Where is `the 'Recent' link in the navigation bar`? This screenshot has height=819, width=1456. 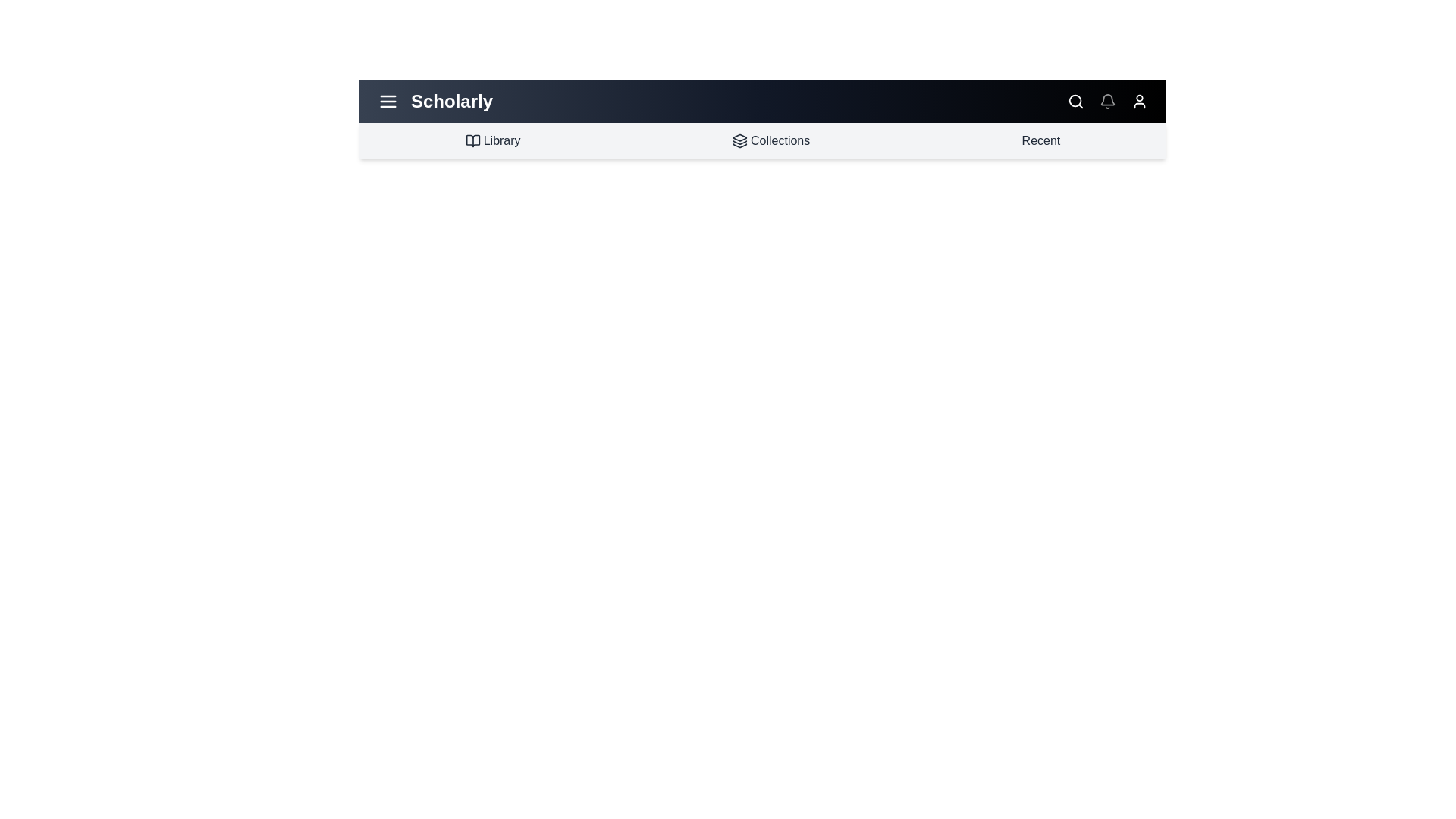
the 'Recent' link in the navigation bar is located at coordinates (1040, 140).